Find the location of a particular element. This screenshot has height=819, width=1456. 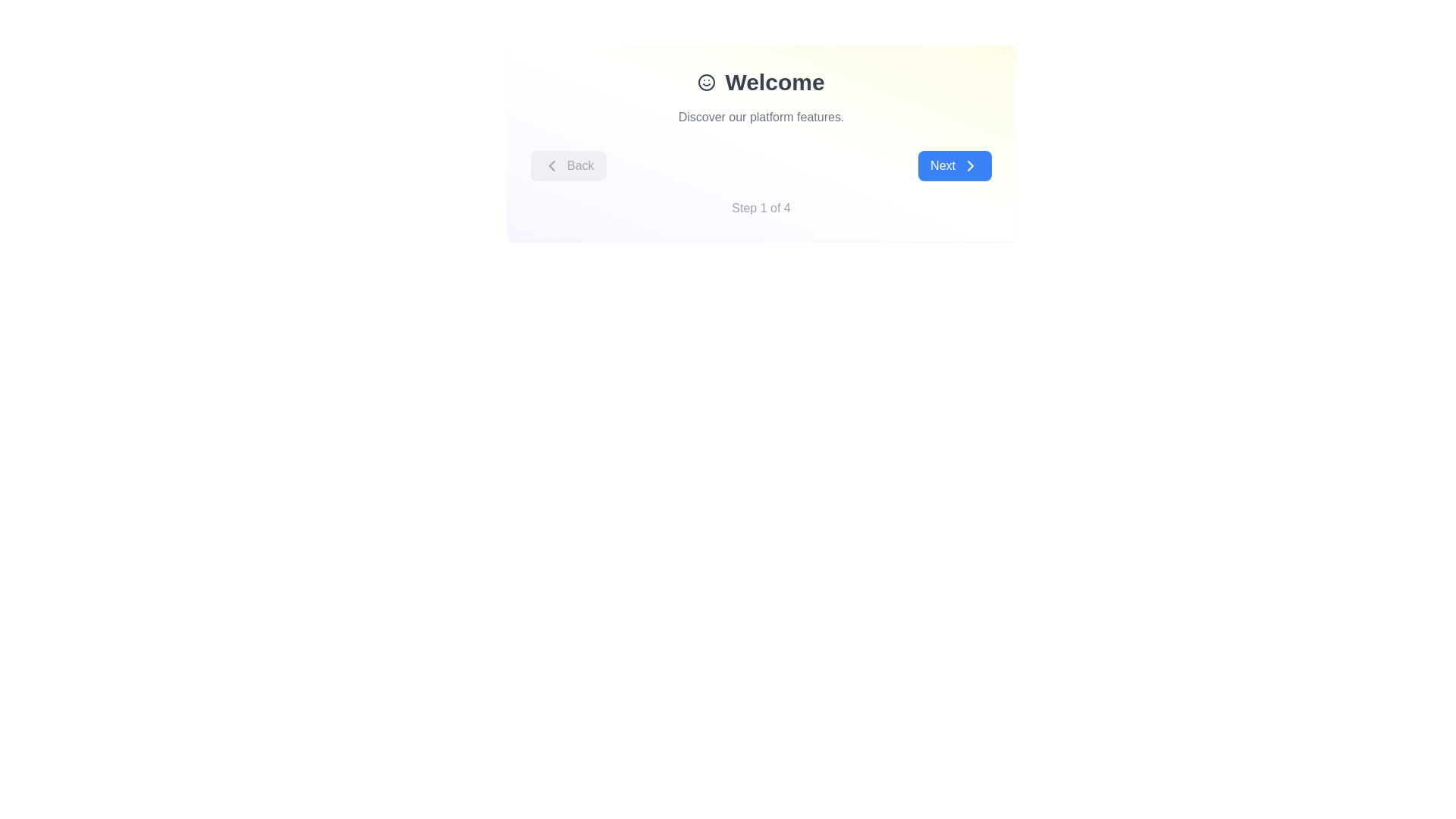

the circular graphical element that is part of the smiley face icon located above the text 'Welcome' is located at coordinates (706, 82).